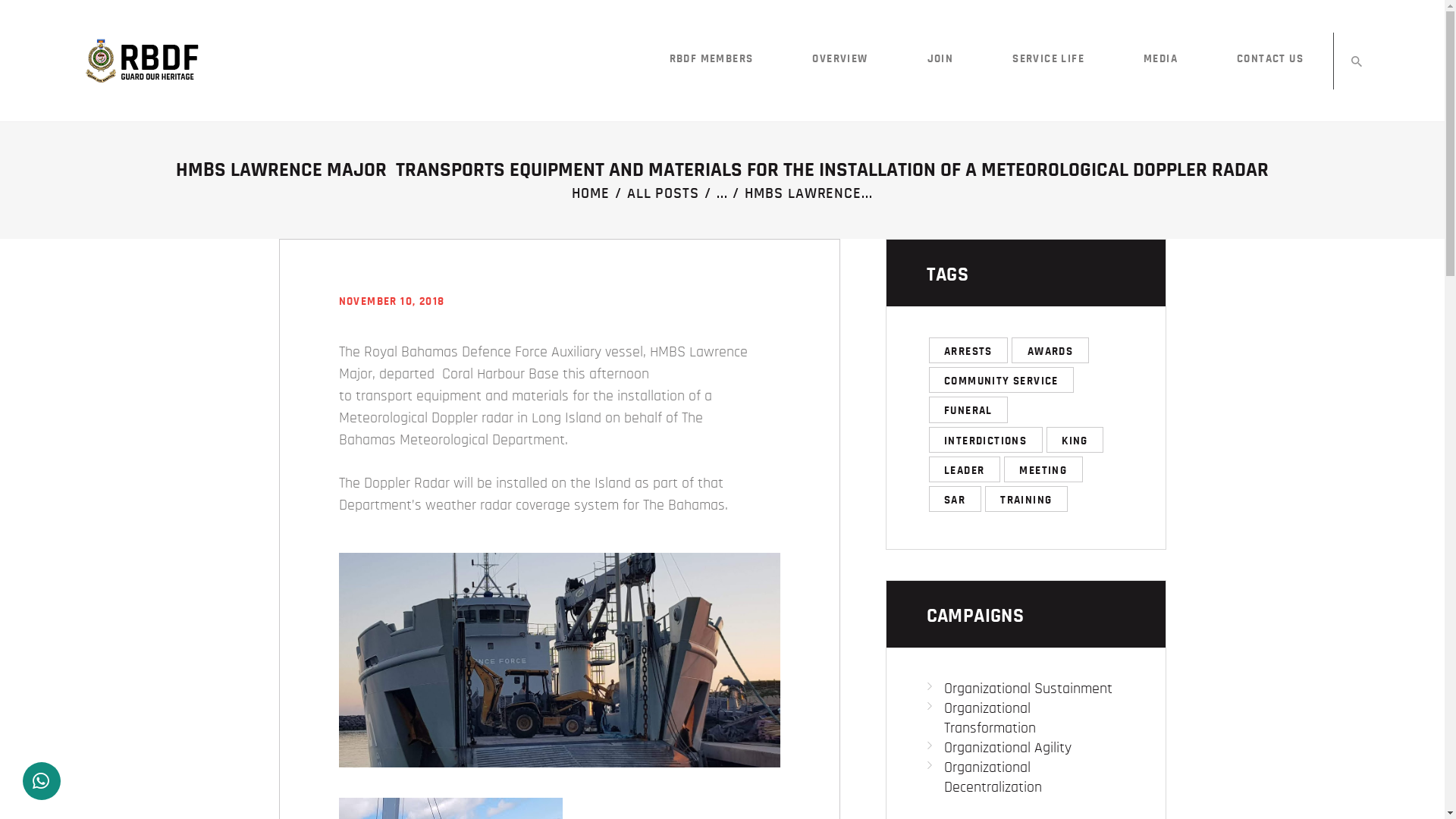 Image resolution: width=1456 pixels, height=819 pixels. Describe the element at coordinates (1159, 58) in the screenshot. I see `'MEDIA'` at that location.